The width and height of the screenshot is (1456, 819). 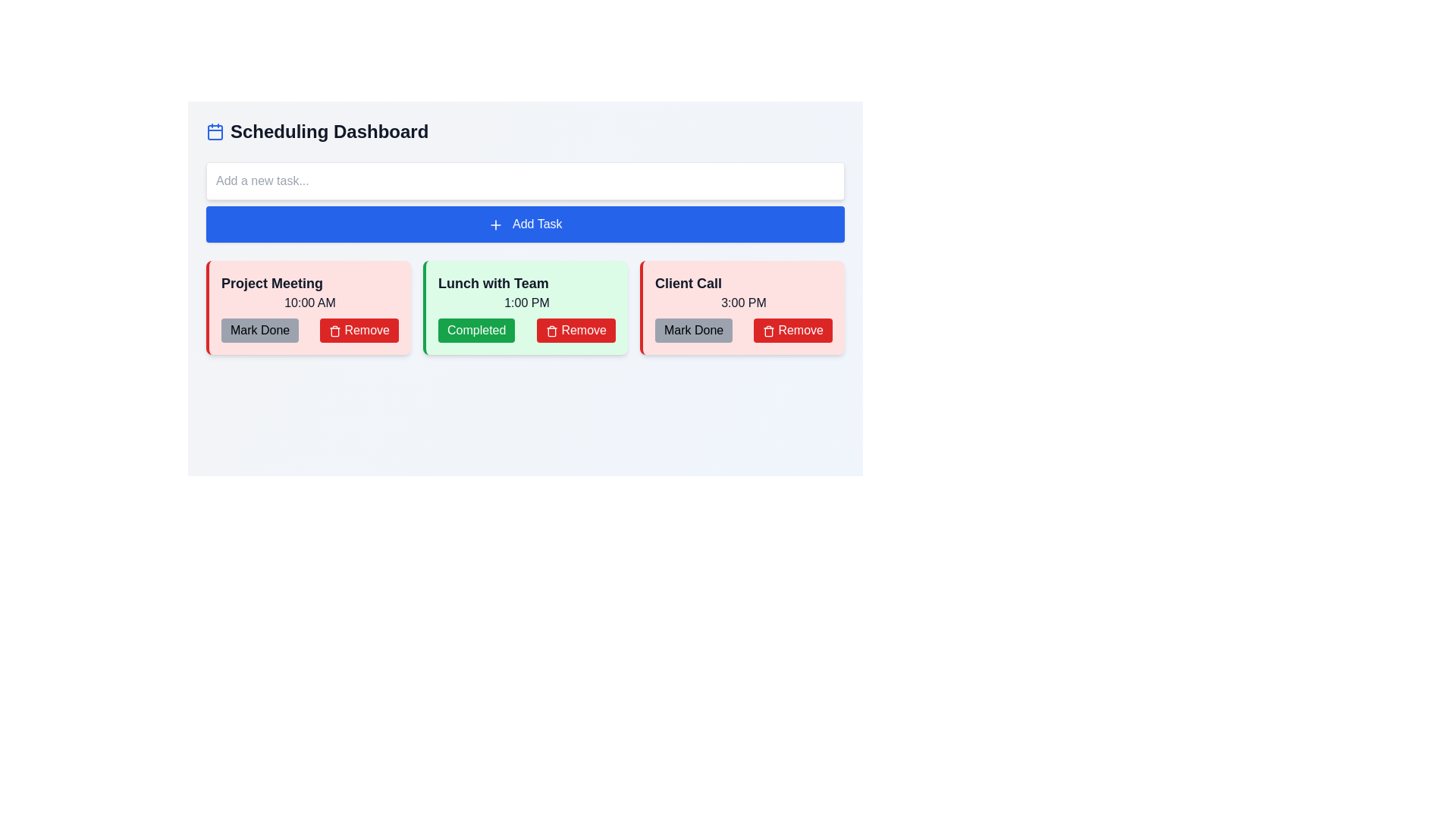 I want to click on the 'Scheduling Dashboard' text label, which is a large, bold title located at the top left of the interface, accompanied by a blue outlined calendar icon, so click(x=316, y=130).